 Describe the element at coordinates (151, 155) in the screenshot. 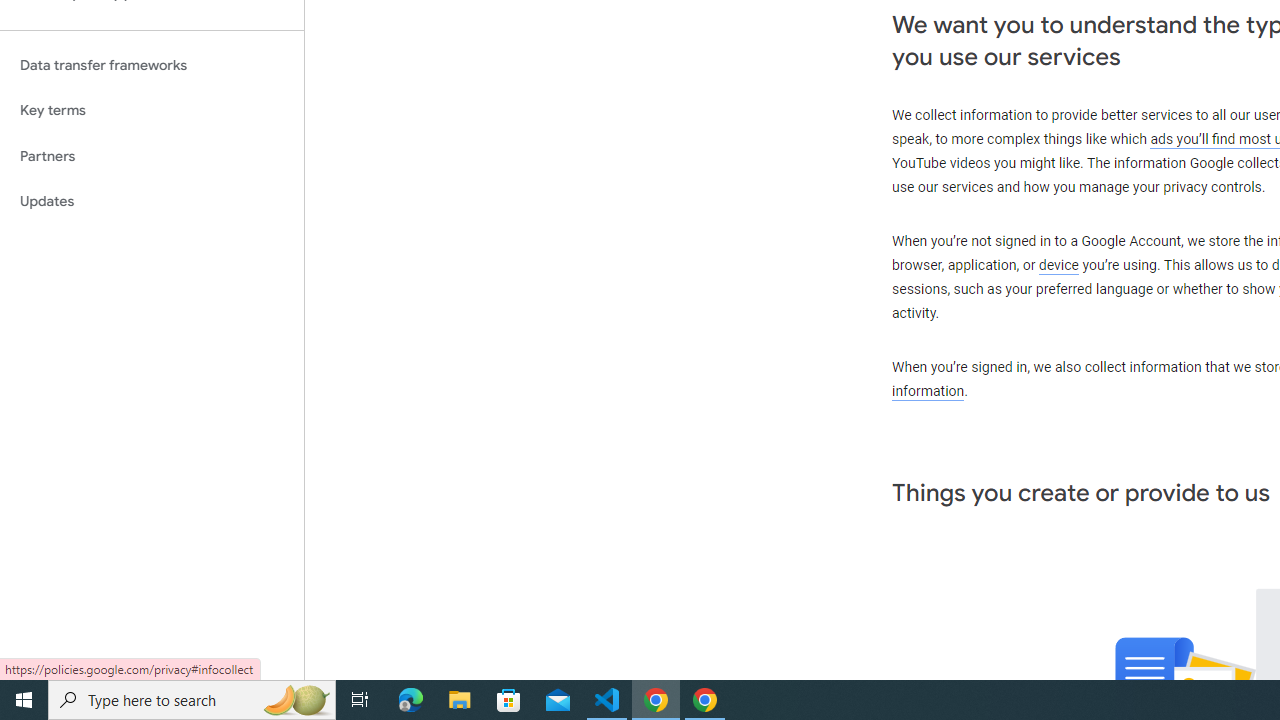

I see `'Partners'` at that location.